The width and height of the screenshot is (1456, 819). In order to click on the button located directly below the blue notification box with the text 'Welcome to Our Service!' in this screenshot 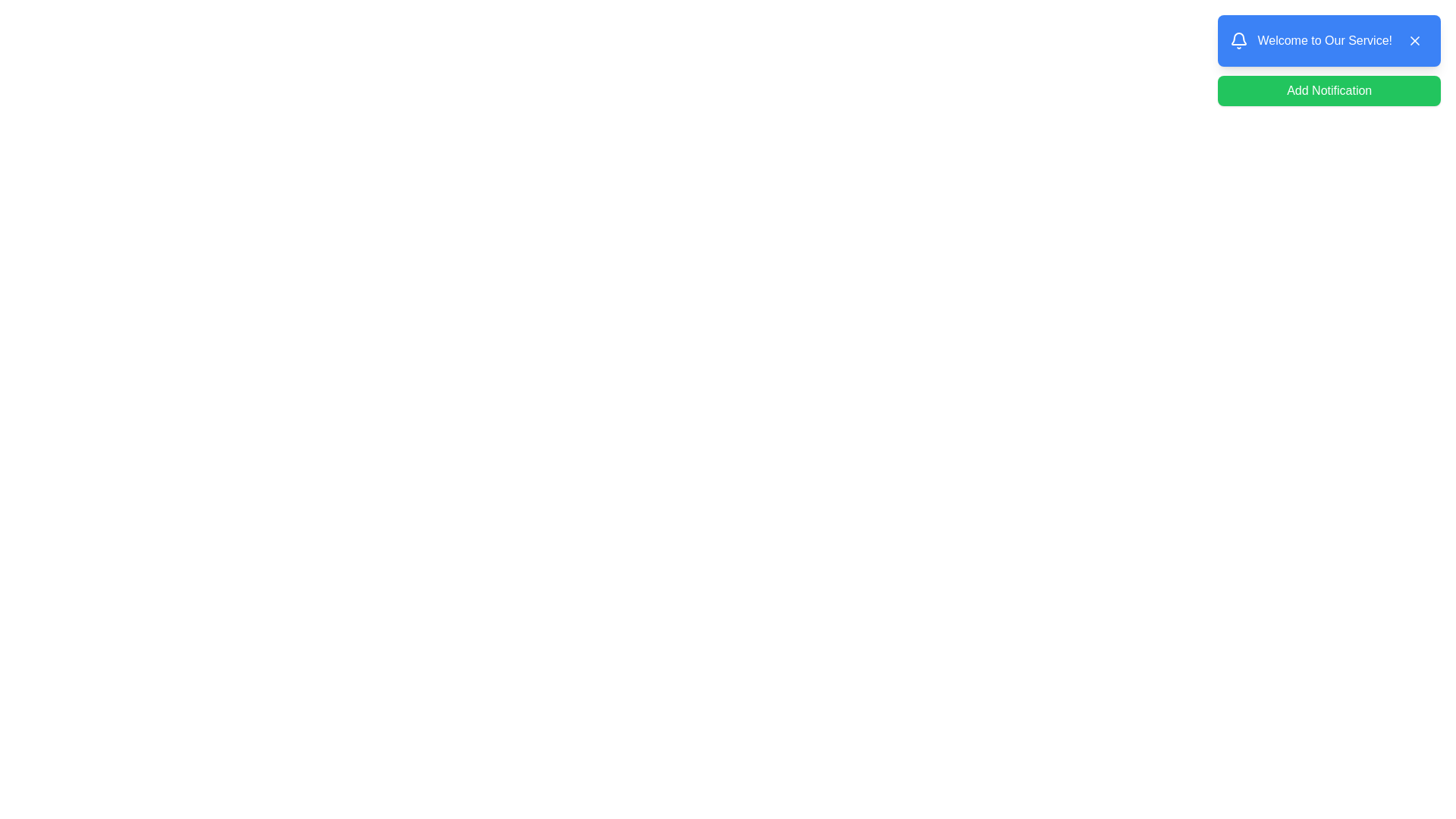, I will do `click(1328, 90)`.